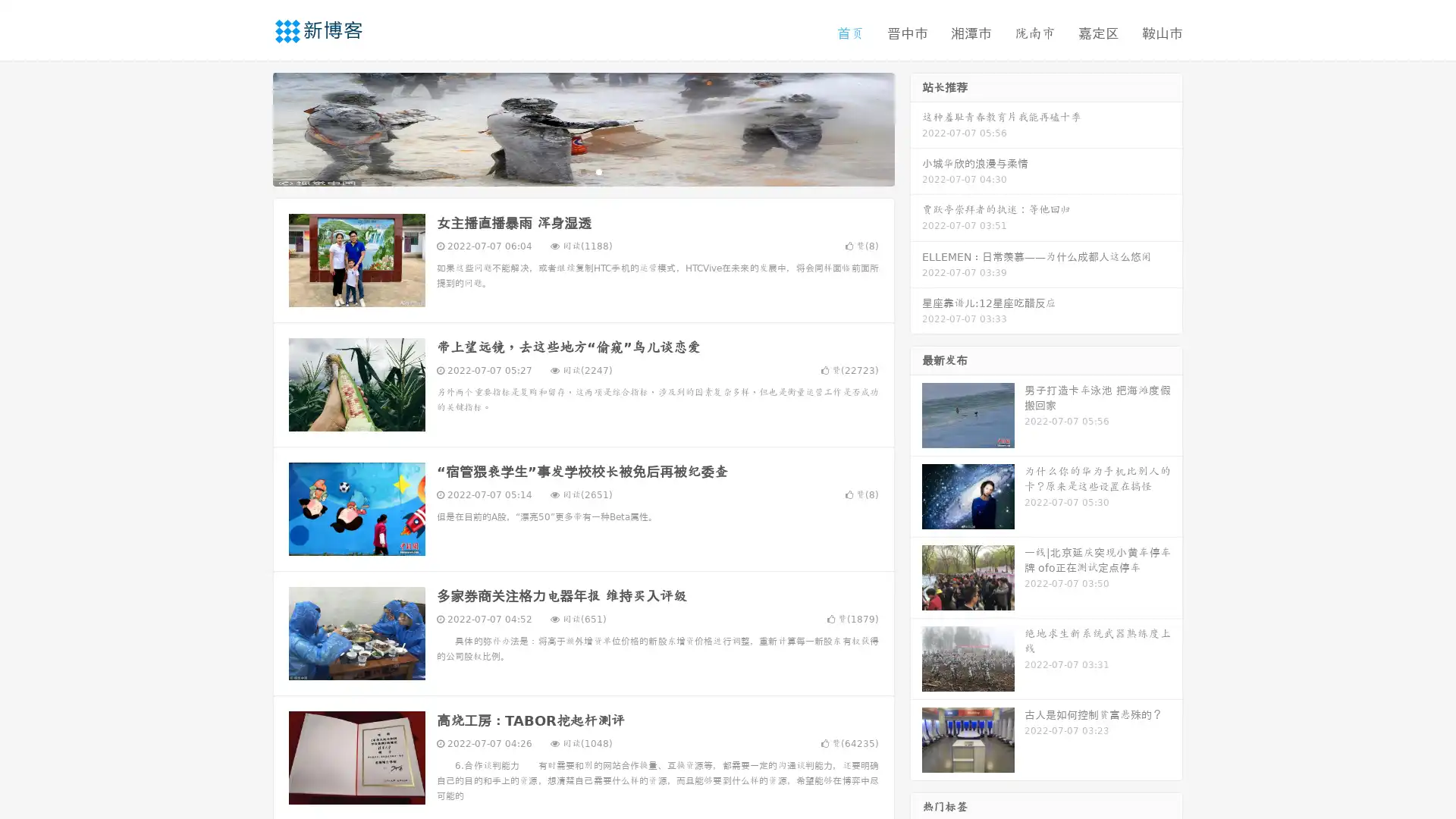 This screenshot has width=1456, height=819. I want to click on Go to slide 2, so click(582, 171).